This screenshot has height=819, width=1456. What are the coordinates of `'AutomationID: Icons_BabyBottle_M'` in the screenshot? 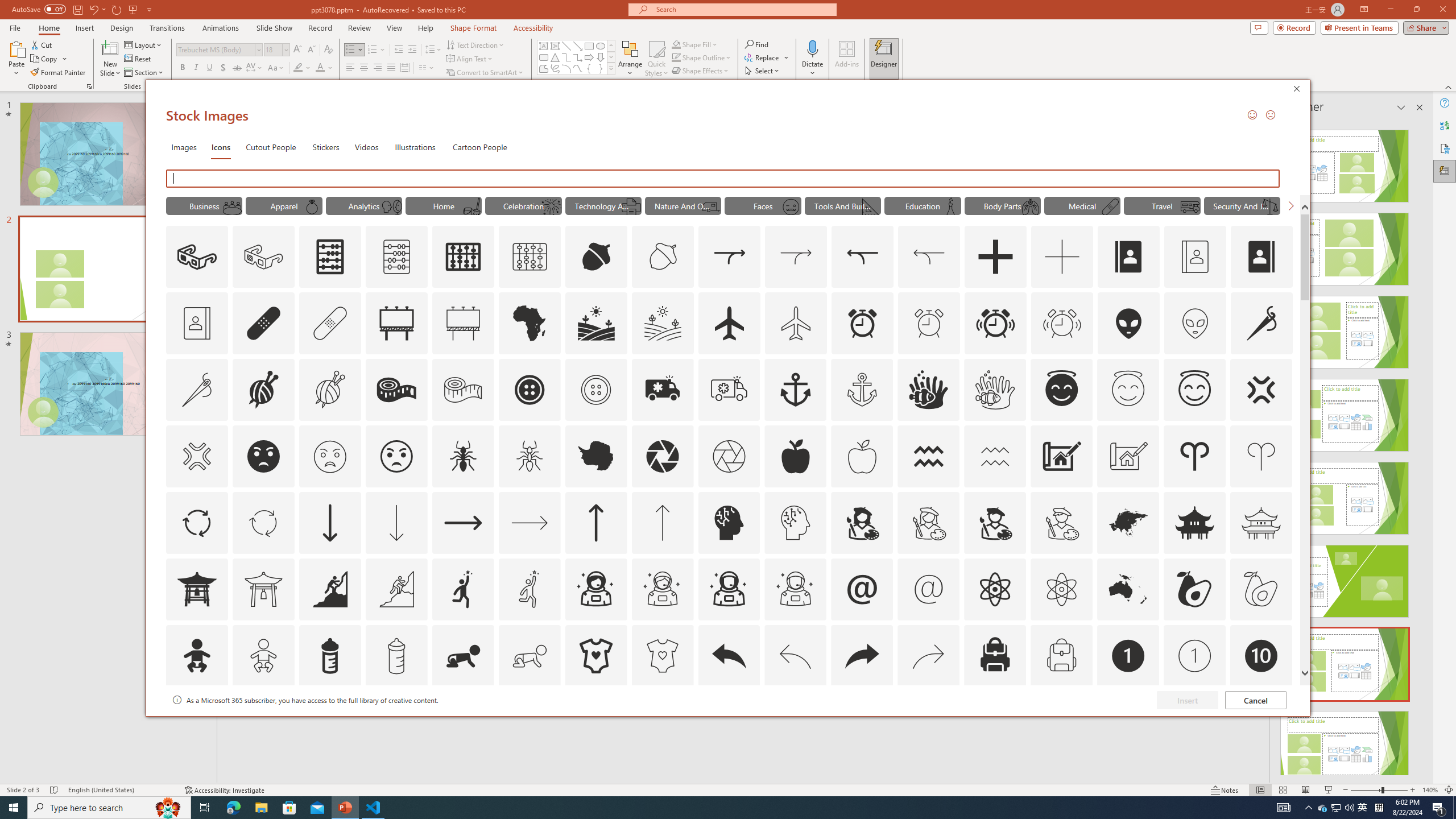 It's located at (396, 655).